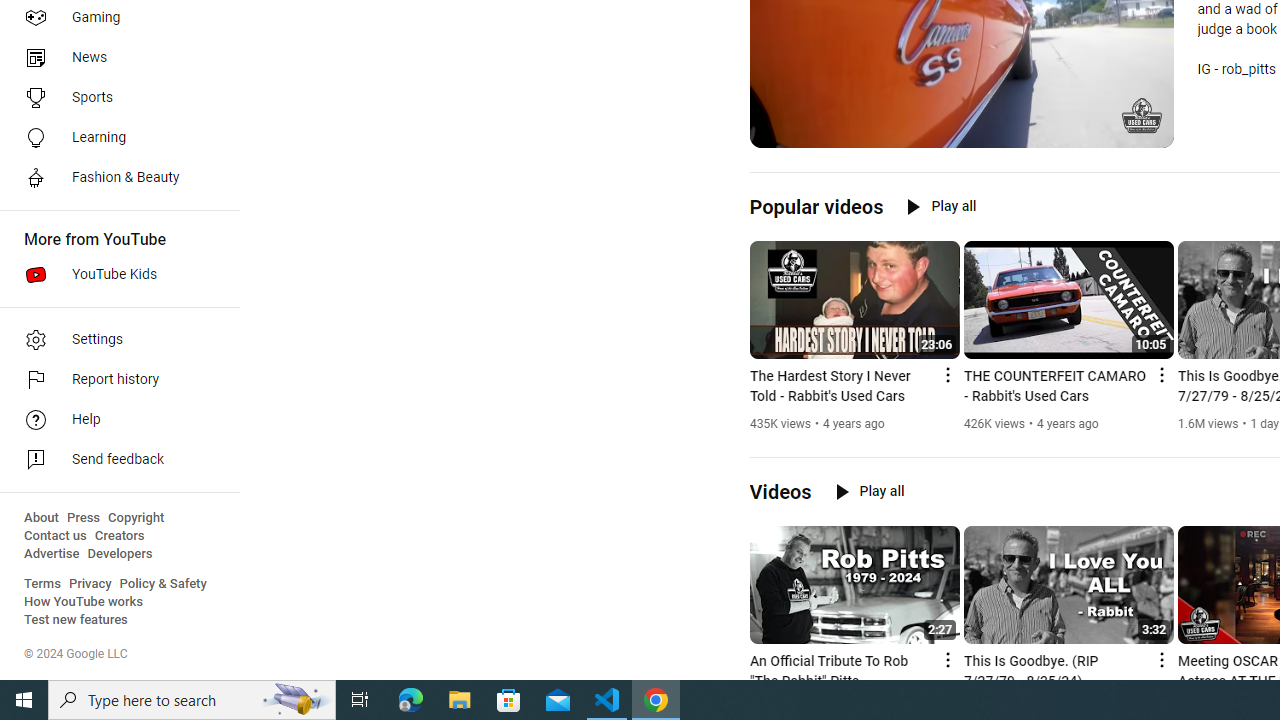 The image size is (1280, 720). Describe the element at coordinates (82, 601) in the screenshot. I see `'How YouTube works'` at that location.